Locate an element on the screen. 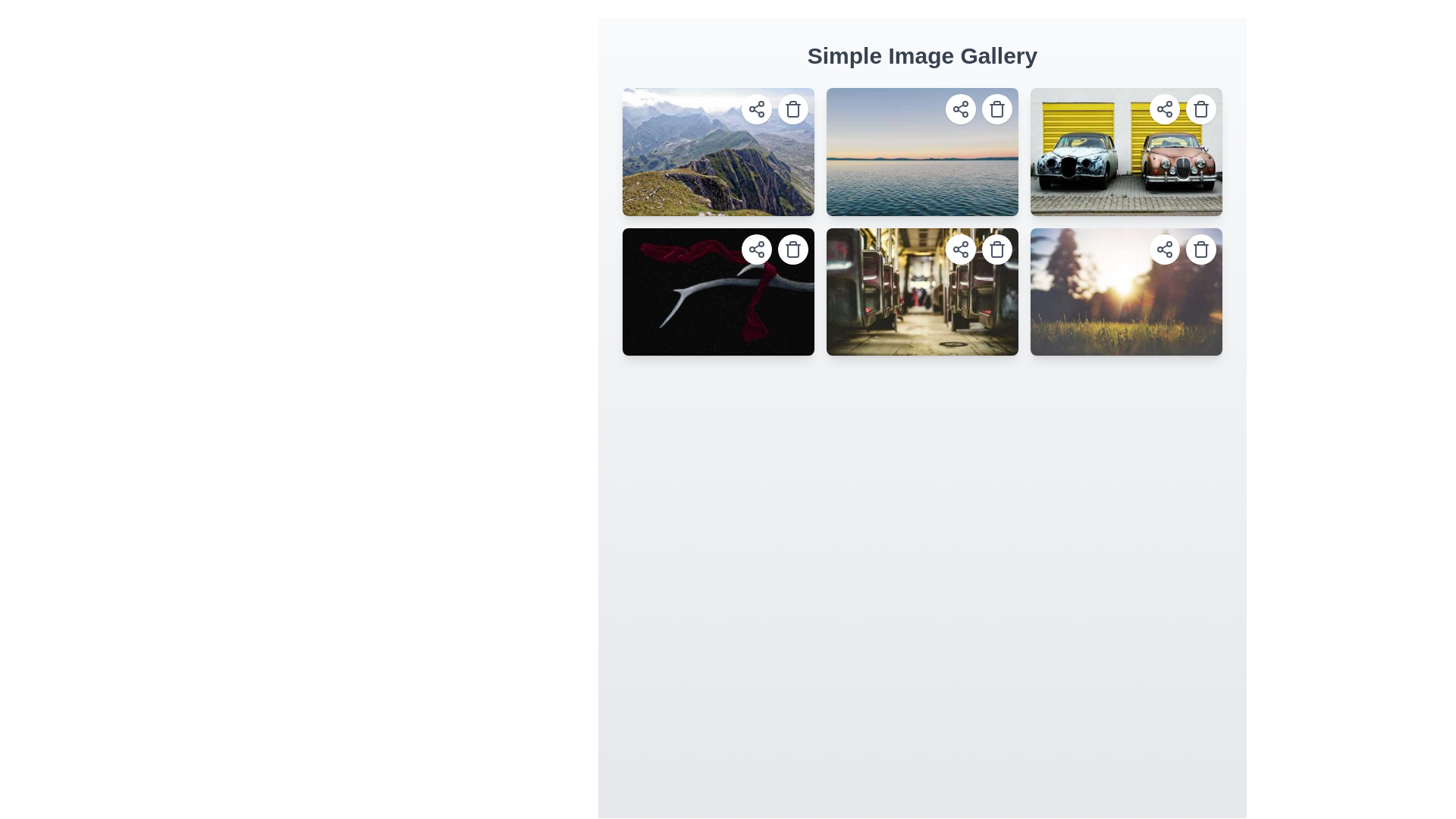  the delete button located at the top-right corner of the image with a black background and red ribbon is located at coordinates (775, 247).